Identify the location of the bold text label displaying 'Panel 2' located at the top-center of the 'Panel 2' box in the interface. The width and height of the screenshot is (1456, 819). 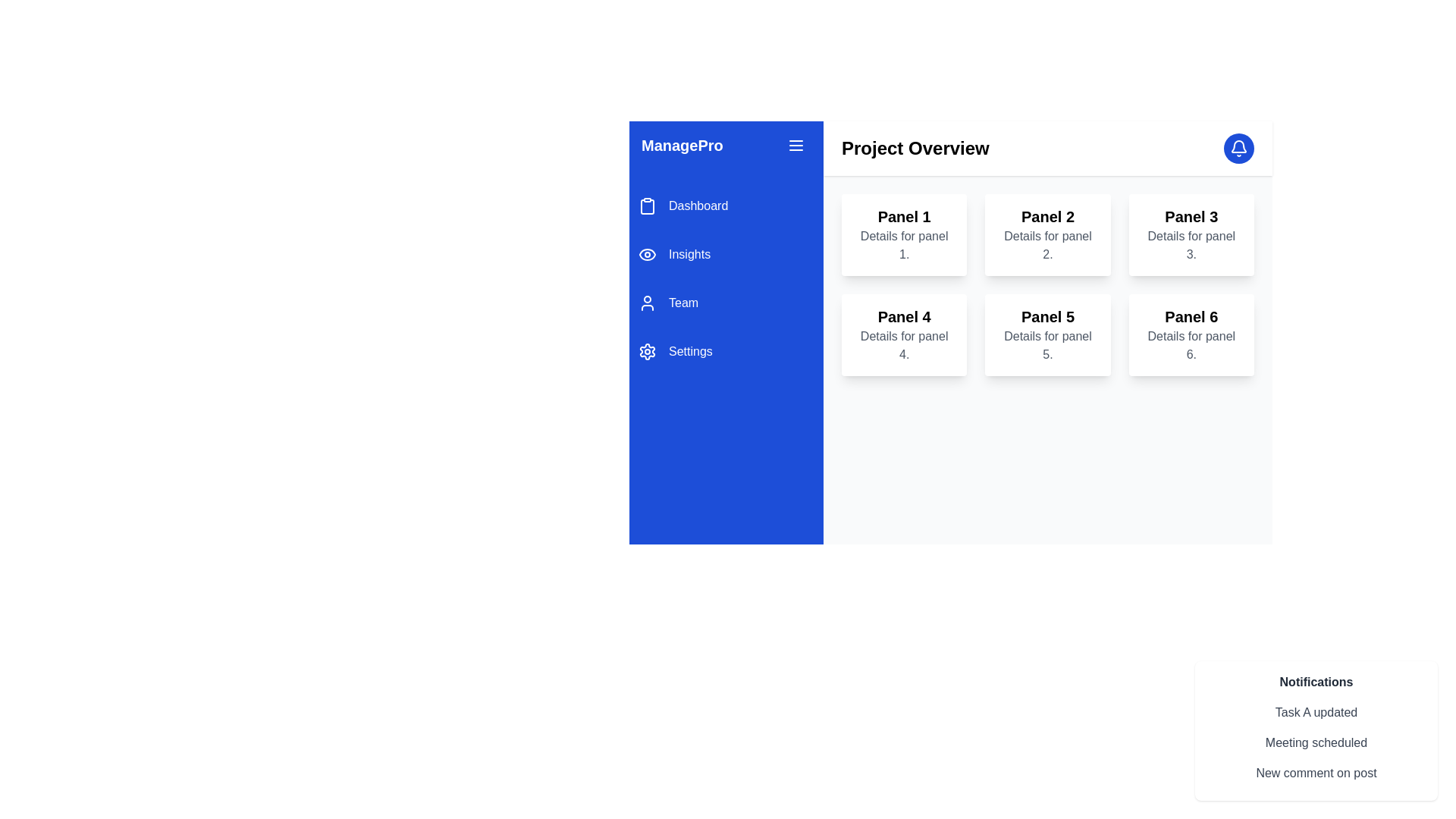
(1047, 216).